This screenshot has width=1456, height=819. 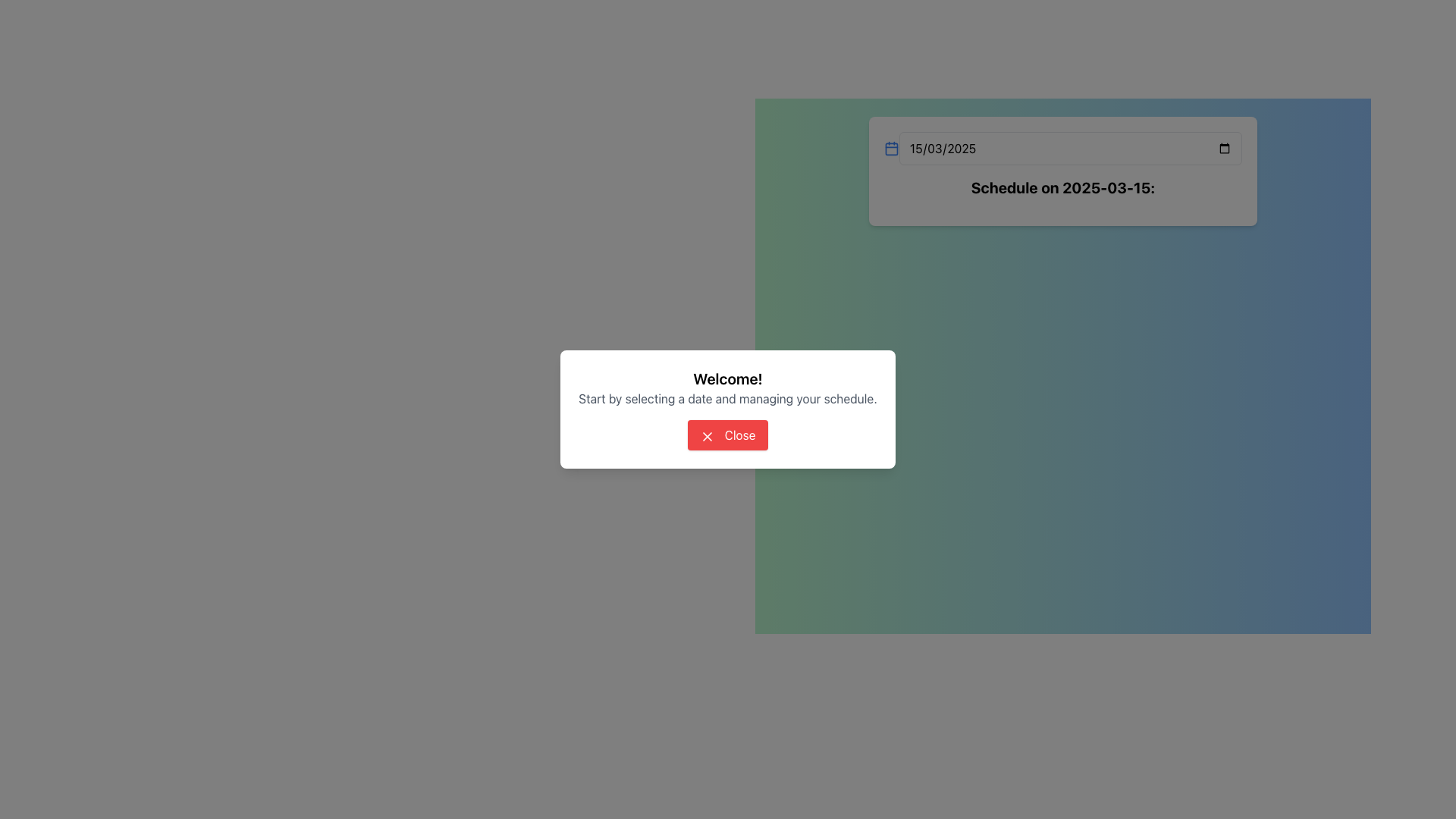 What do you see at coordinates (892, 149) in the screenshot?
I see `the blue calendar icon located to the left of the date input field` at bounding box center [892, 149].